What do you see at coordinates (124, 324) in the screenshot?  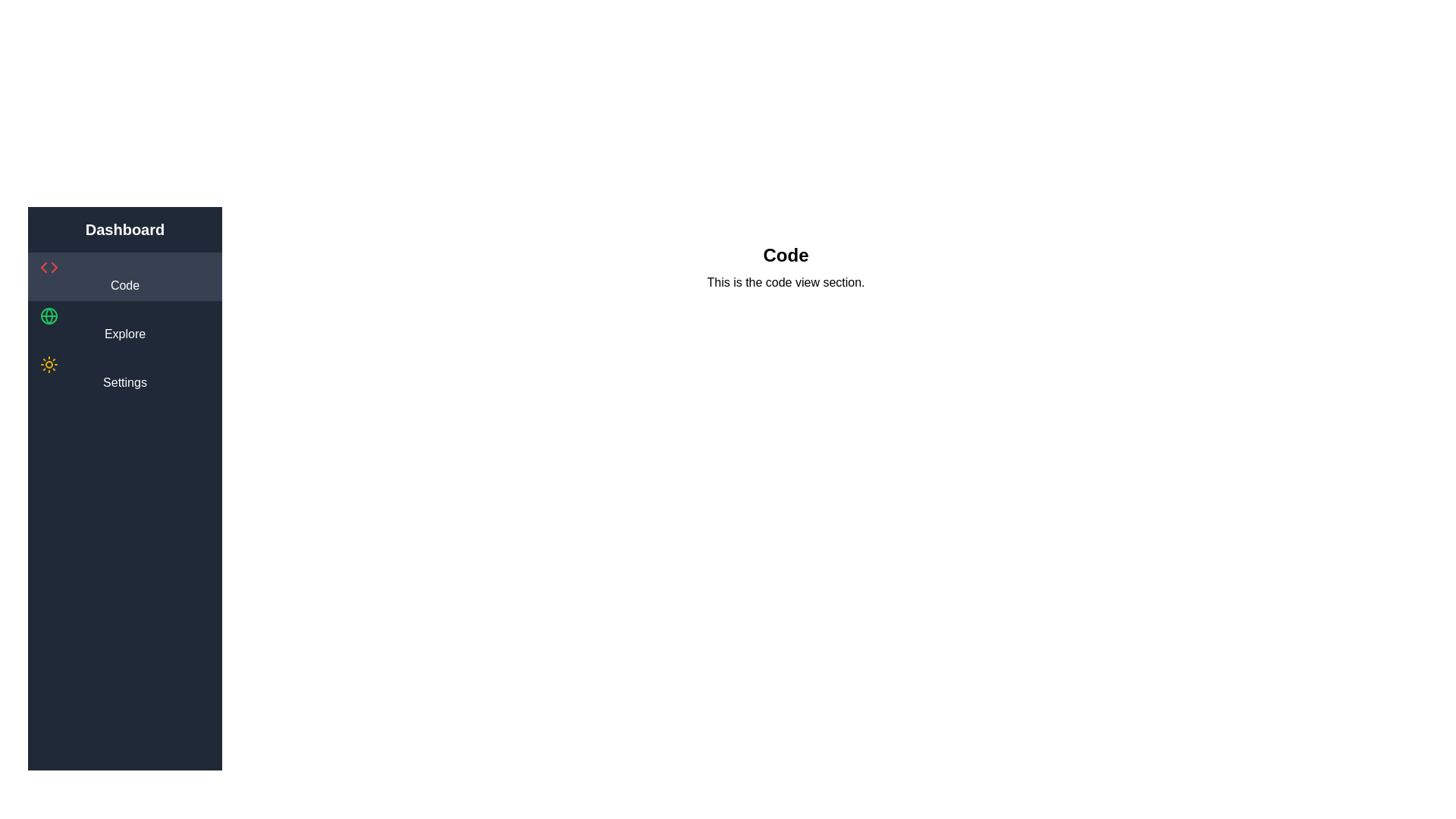 I see `the sidebar item labeled 'Explore' to highlight it` at bounding box center [124, 324].